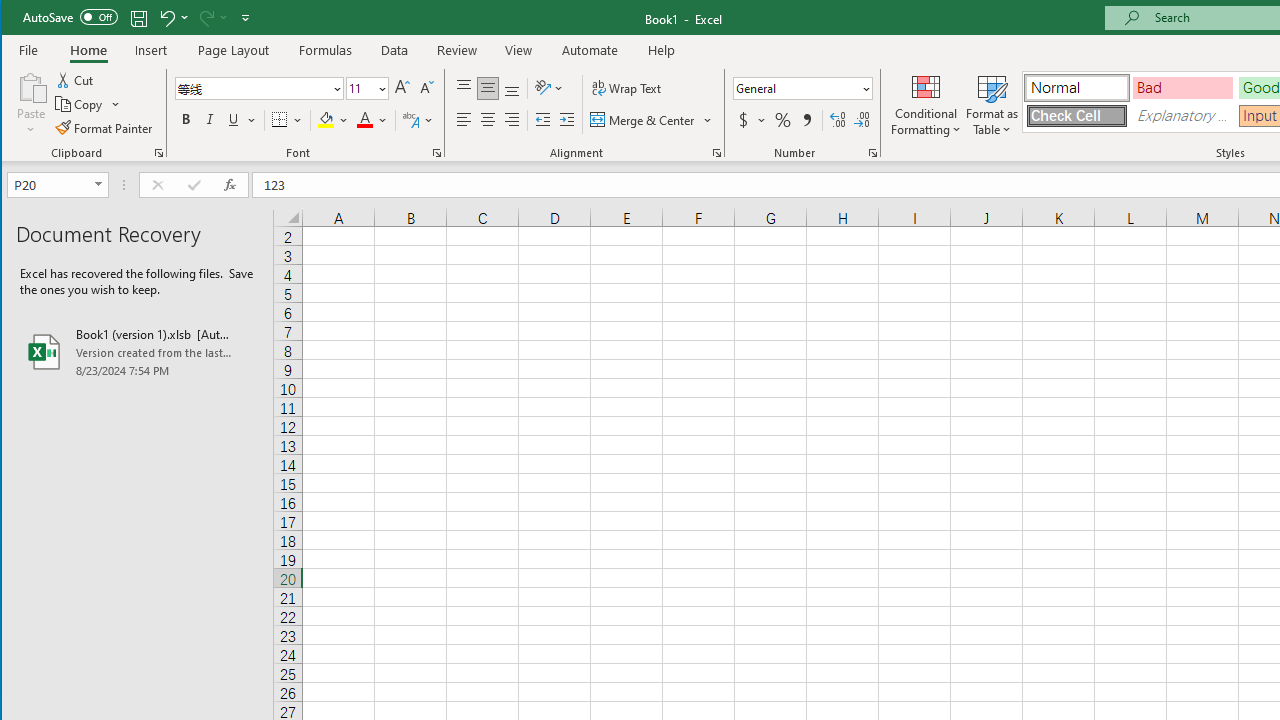 Image resolution: width=1280 pixels, height=720 pixels. What do you see at coordinates (416, 120) in the screenshot?
I see `'Show Phonetic Field'` at bounding box center [416, 120].